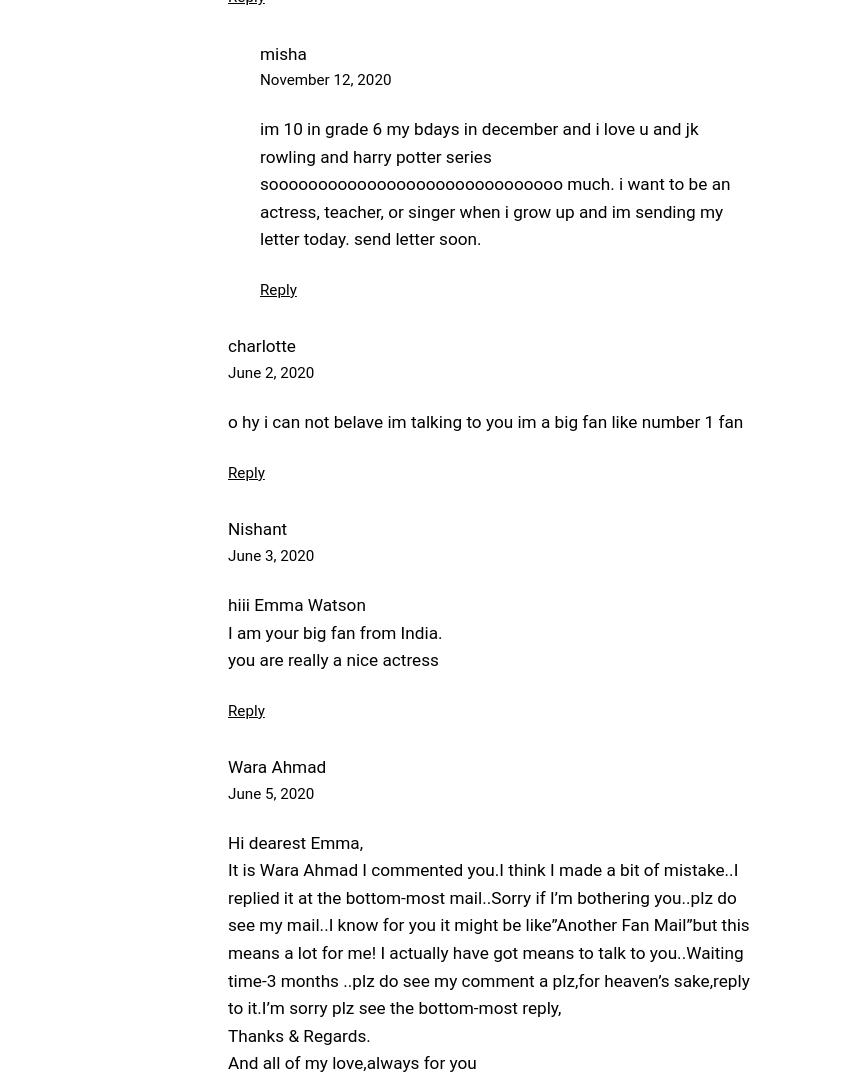 The height and width of the screenshot is (1074, 850). Describe the element at coordinates (488, 938) in the screenshot. I see `'It is Wara Ahmad I commented you.I think I made a bit of mistake..I replied it at the bottom-most mail..Sorry if I’m bothering you..plz do see my mail..I know for you it might be like”Another Fan Mail”but this means a lot for me! I actually have got means to talk to you..Waiting time-3 months ..plz do see my comment a plz,for heaven’s sake,reply to it.I’m sorry plz see the bottom-most reply,'` at that location.